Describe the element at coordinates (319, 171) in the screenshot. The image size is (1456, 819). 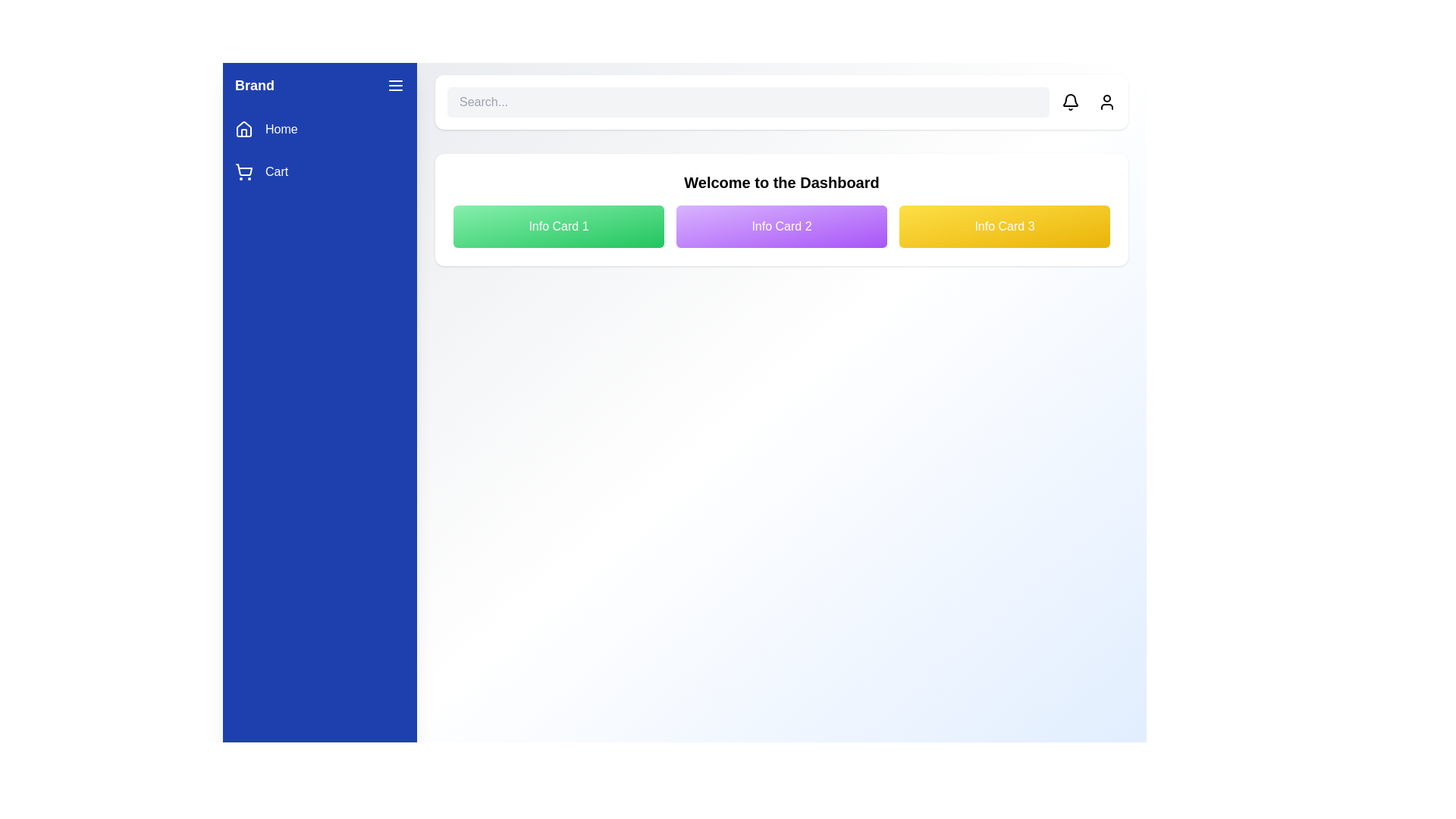
I see `the navigation menu item Cart` at that location.